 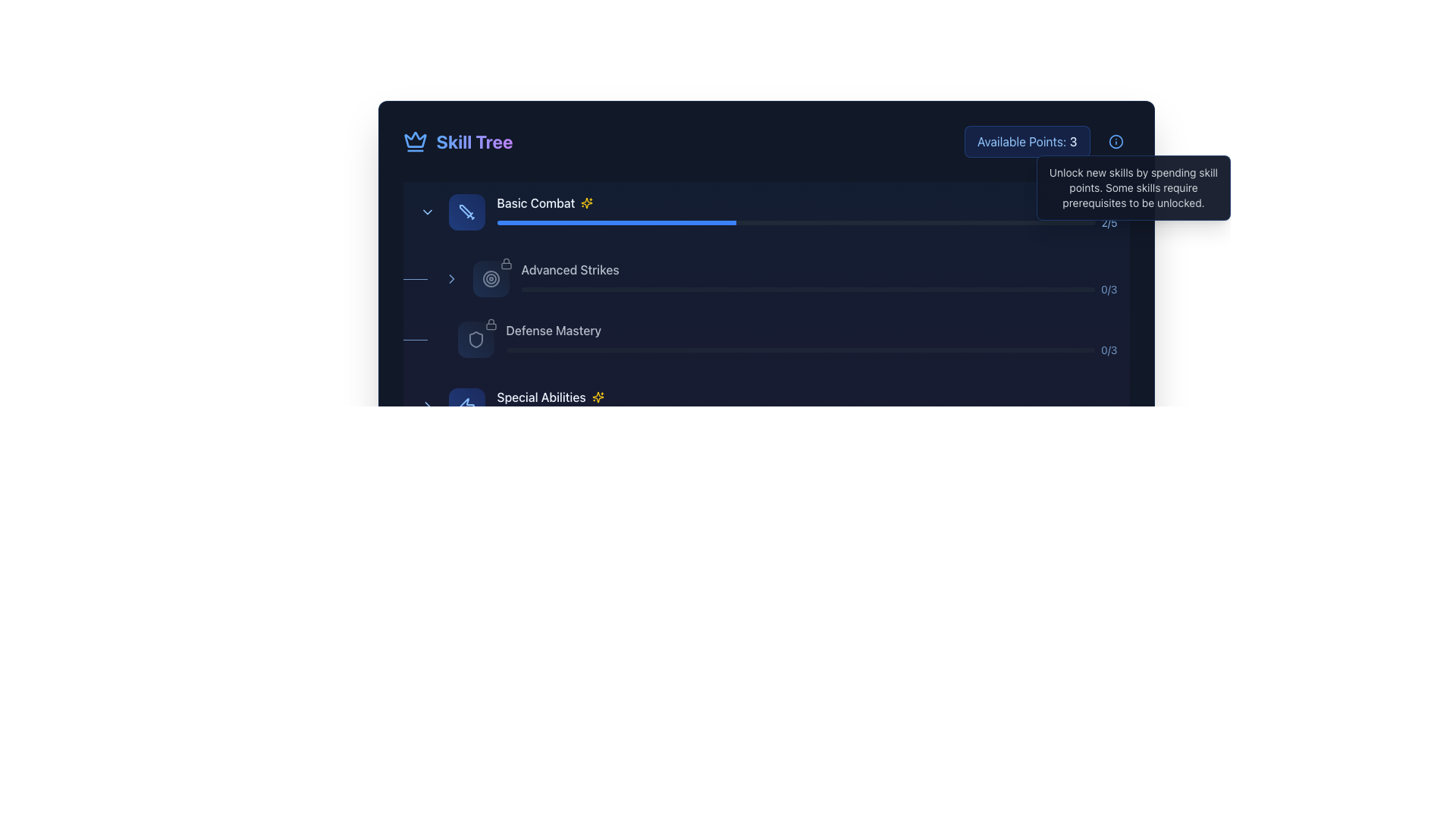 What do you see at coordinates (570, 268) in the screenshot?
I see `the 'Advanced Strikes' text label, which is displayed in light blue color and is positioned under the 'Basic Combat' skill section in the skill tree layout` at bounding box center [570, 268].